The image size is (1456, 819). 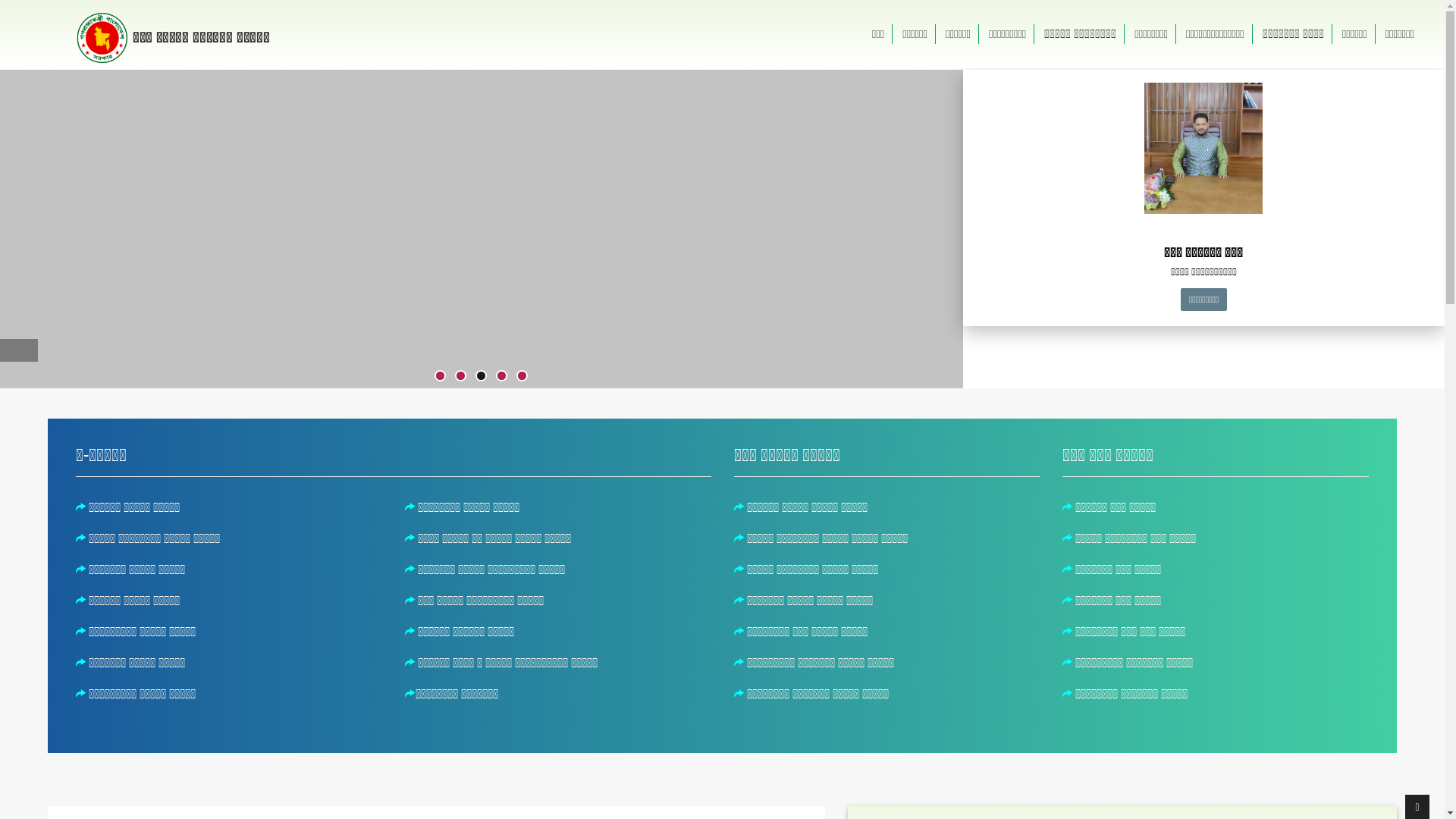 I want to click on '4', so click(x=501, y=375).